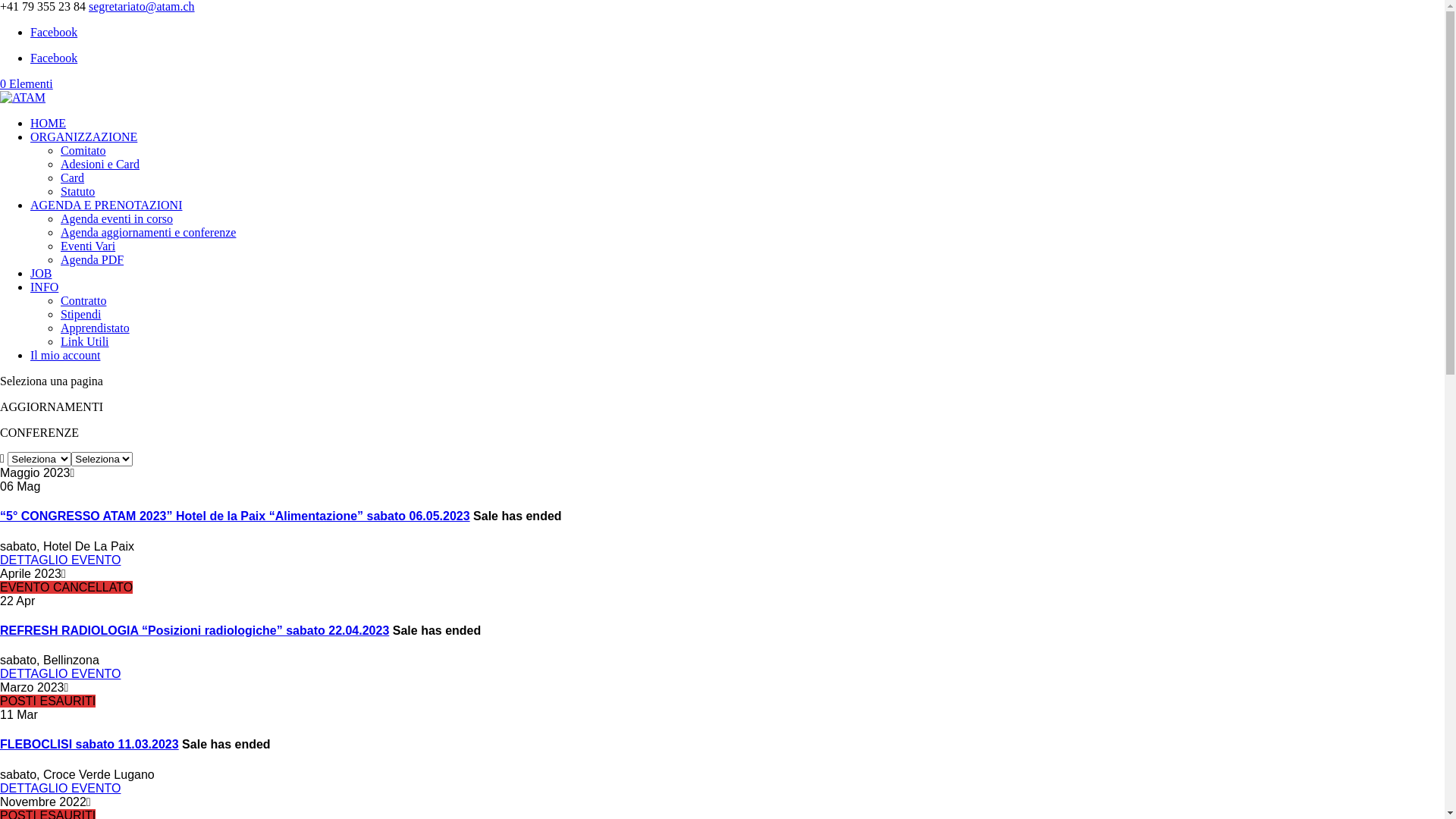  I want to click on 'Link Utili', so click(61, 341).